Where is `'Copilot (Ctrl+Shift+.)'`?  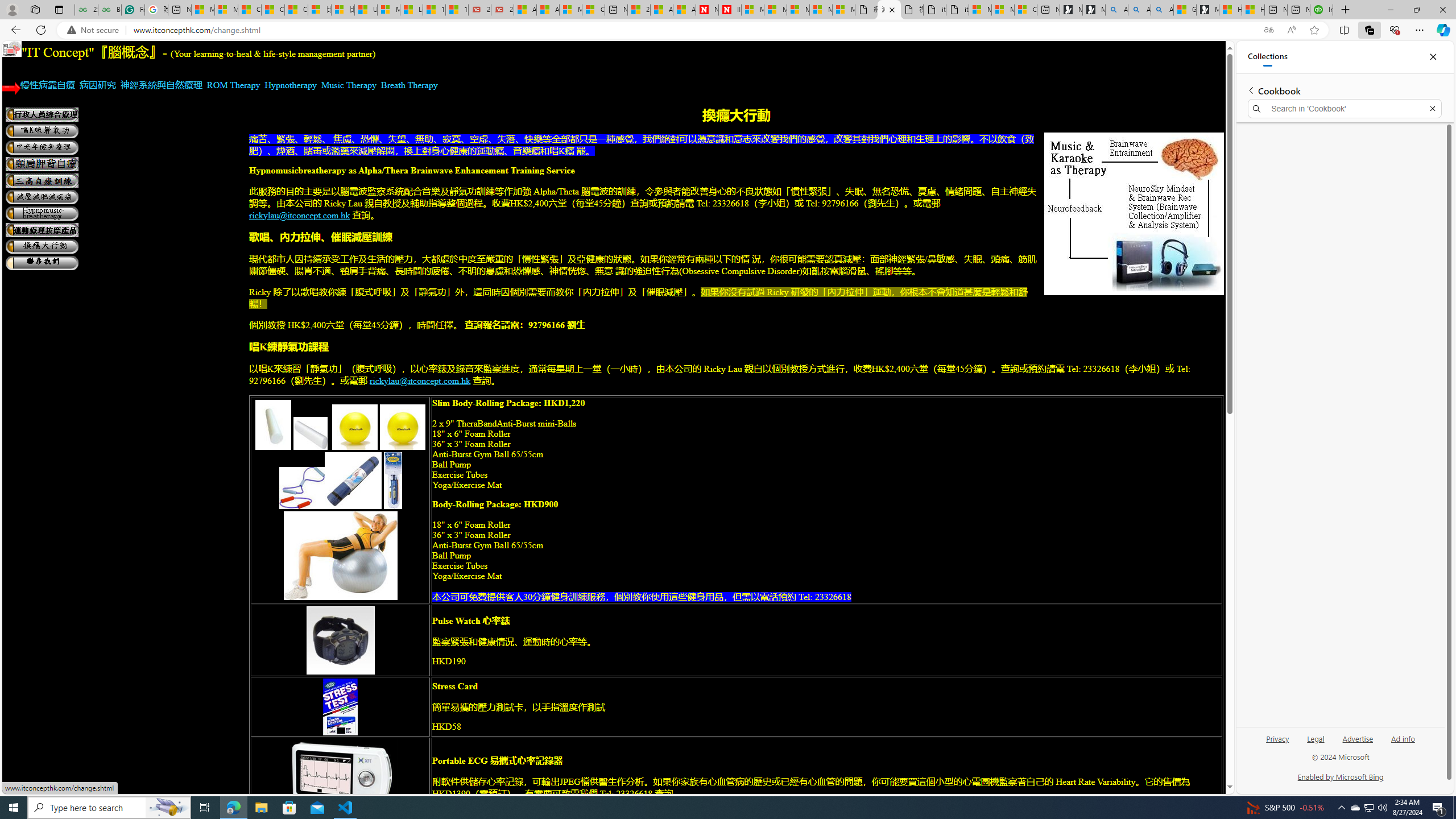 'Copilot (Ctrl+Shift+.)' is located at coordinates (1442, 29).